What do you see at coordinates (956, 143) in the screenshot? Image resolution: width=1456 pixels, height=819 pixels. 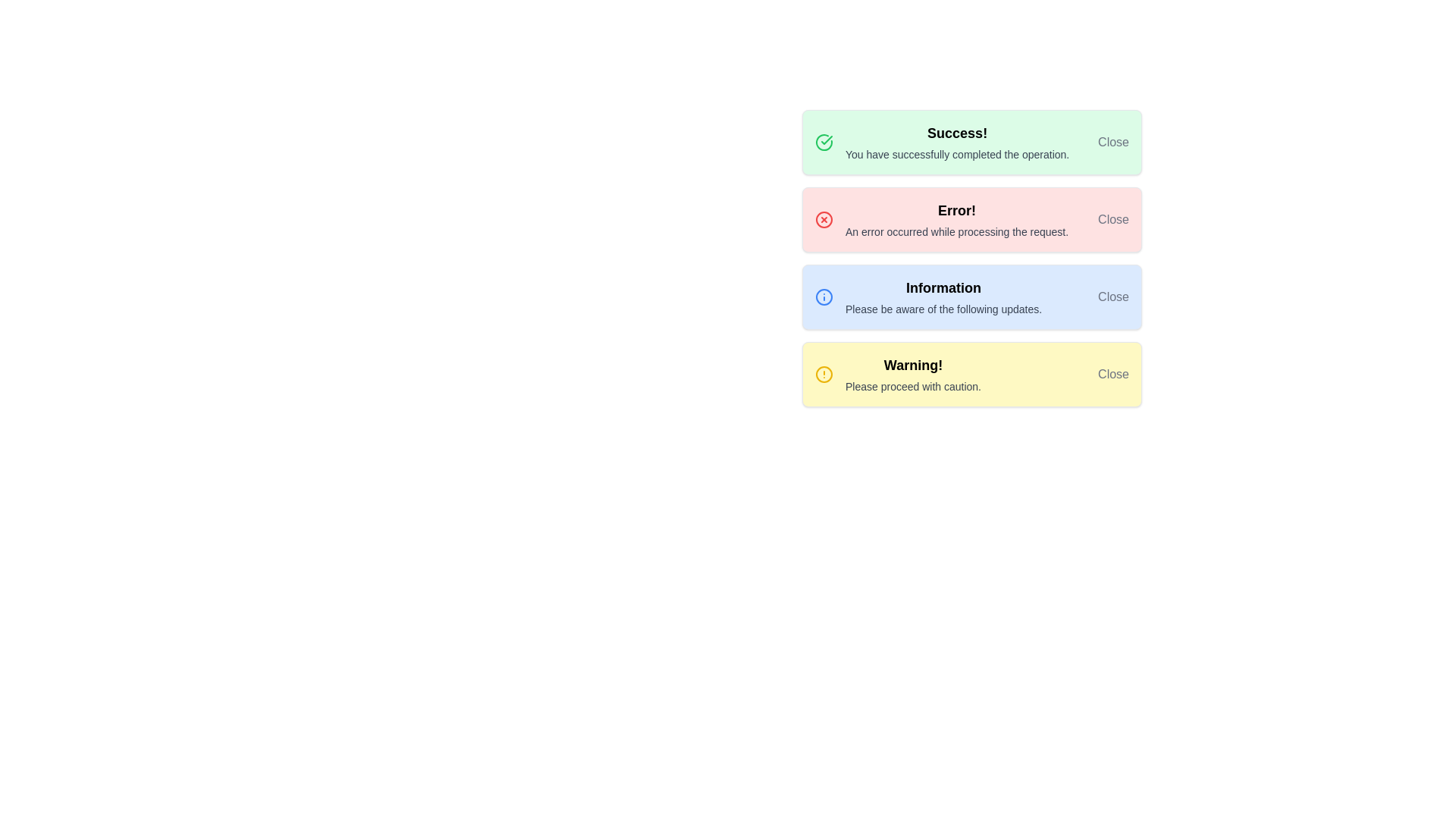 I see `the textual notification message that displays 'Success!' and 'You have successfully completed the operation.'` at bounding box center [956, 143].